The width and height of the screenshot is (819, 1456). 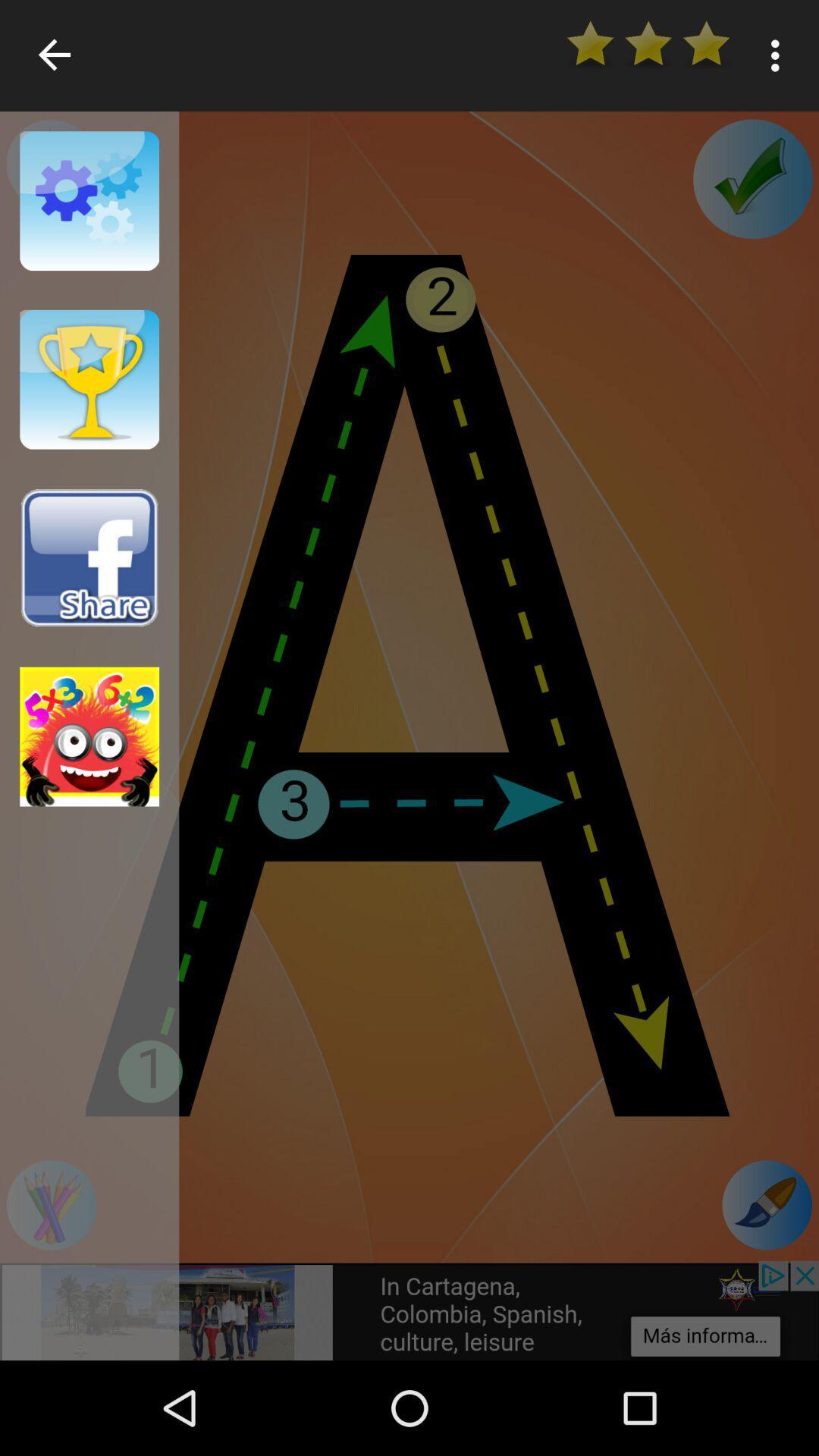 I want to click on the settings icon, so click(x=50, y=164).